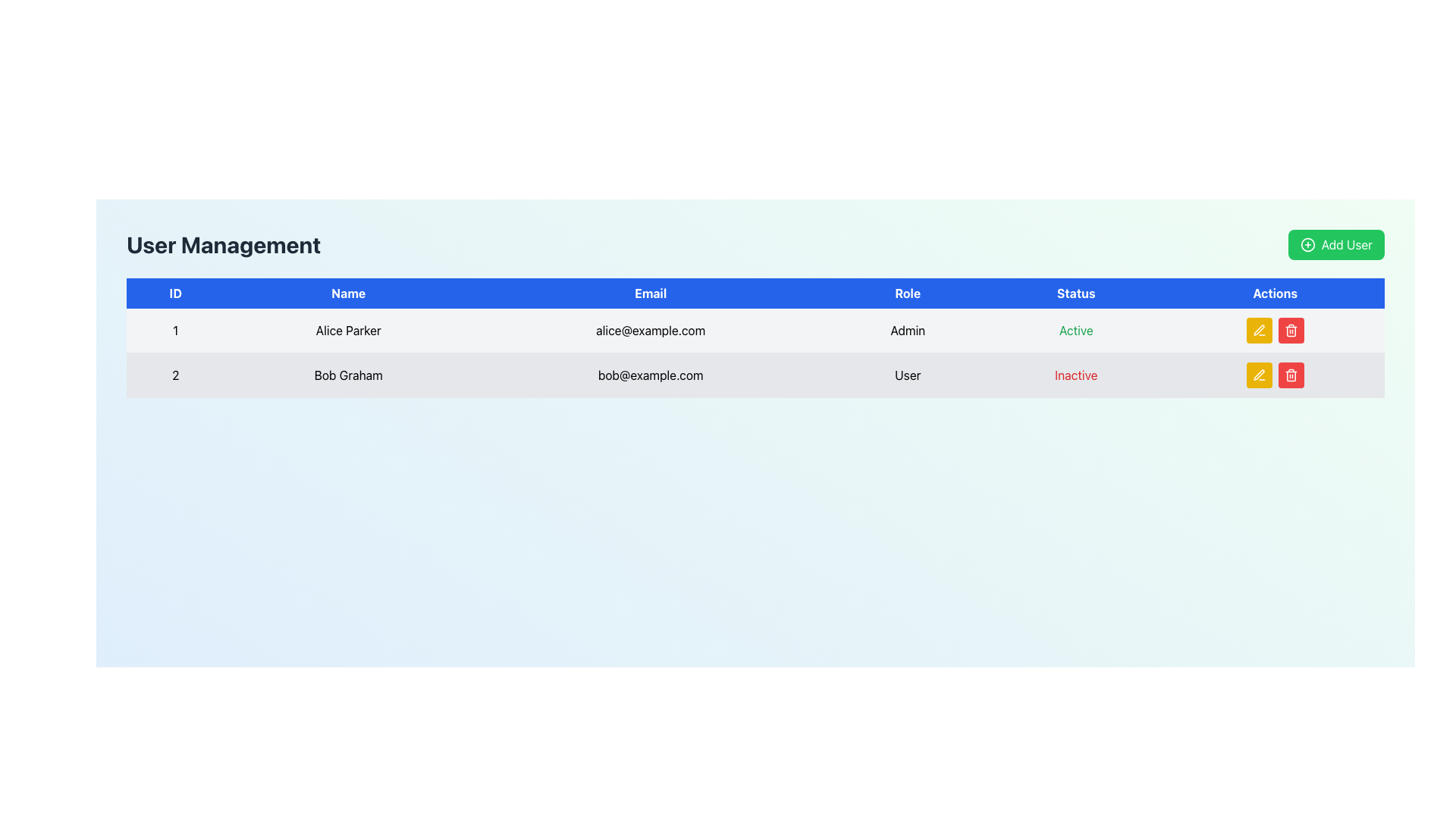 This screenshot has width=1456, height=819. Describe the element at coordinates (1290, 331) in the screenshot. I see `the trash bin icon in the 'Actions' column for user 'Bob Graham', which is styled as a rounded rectangle outline` at that location.